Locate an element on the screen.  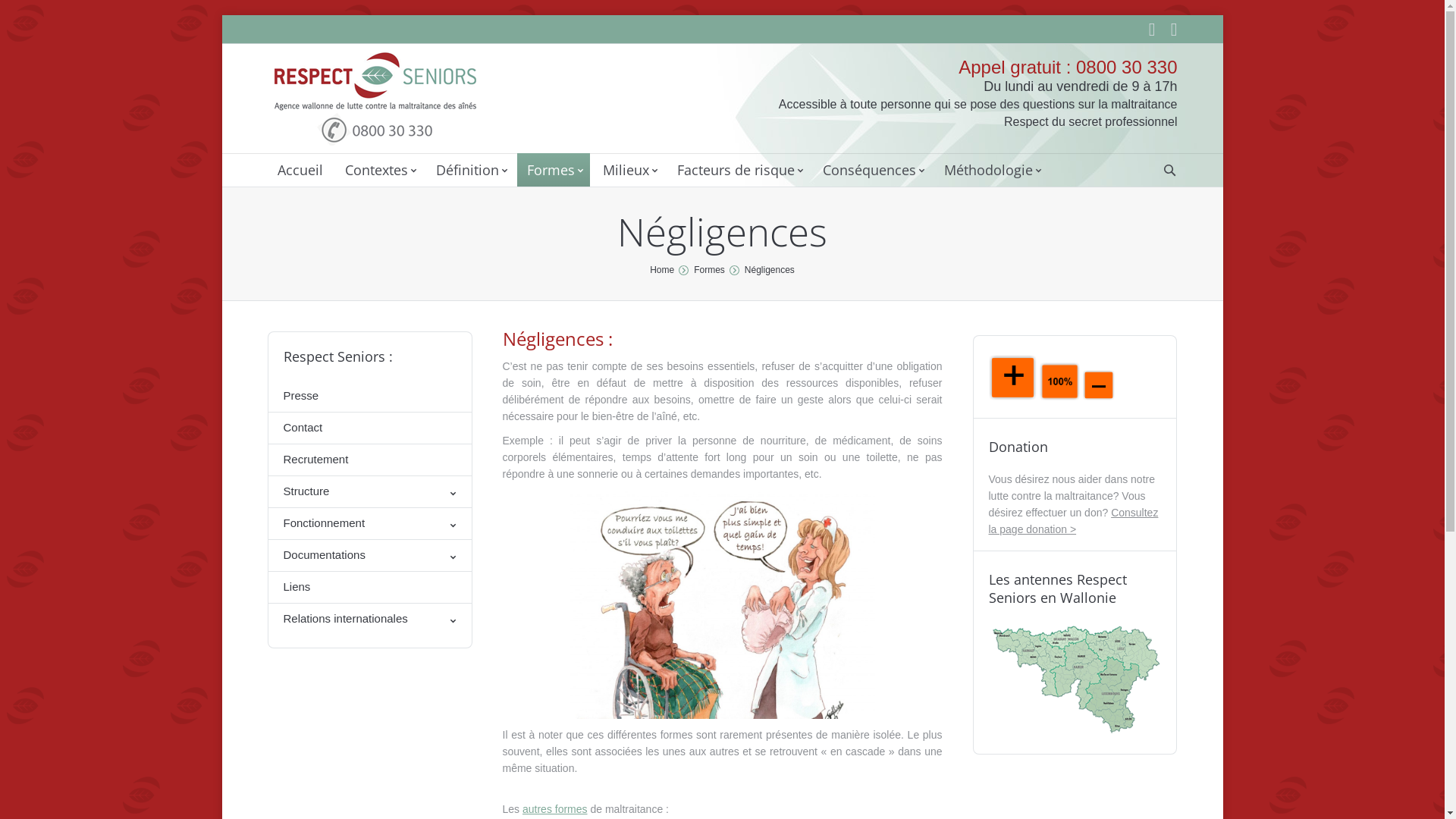
'Home' is located at coordinates (662, 268).